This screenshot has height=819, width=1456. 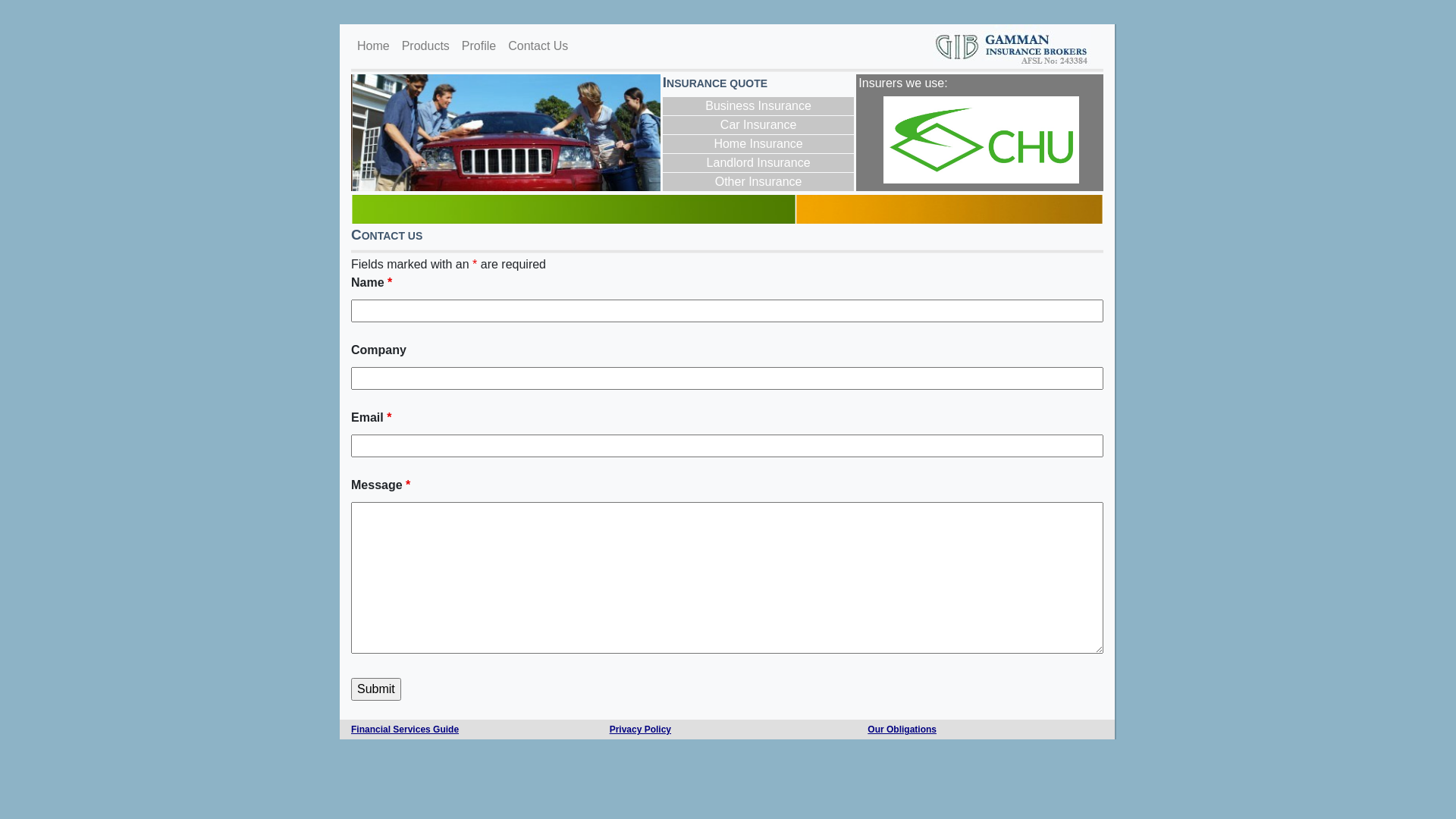 What do you see at coordinates (454, 45) in the screenshot?
I see `'Profile'` at bounding box center [454, 45].